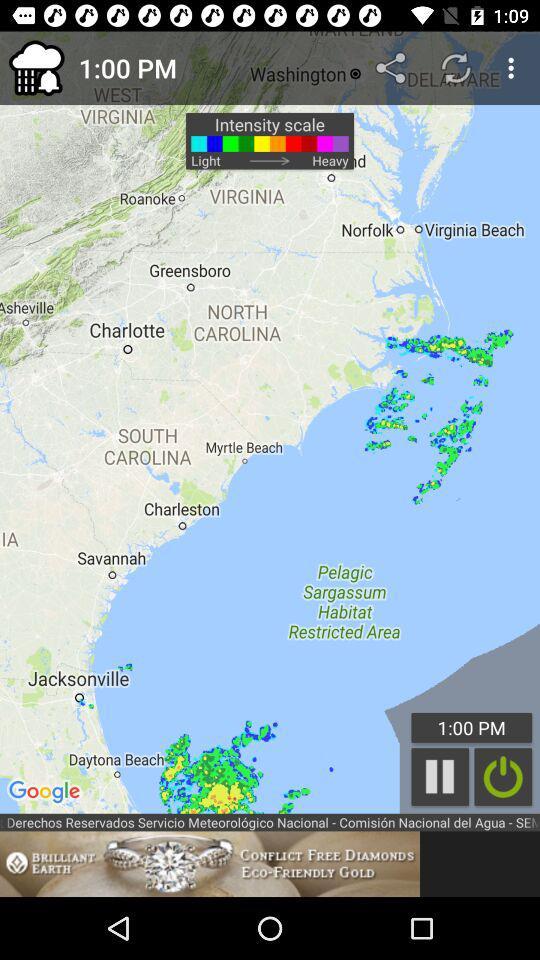  Describe the element at coordinates (502, 776) in the screenshot. I see `switch off` at that location.